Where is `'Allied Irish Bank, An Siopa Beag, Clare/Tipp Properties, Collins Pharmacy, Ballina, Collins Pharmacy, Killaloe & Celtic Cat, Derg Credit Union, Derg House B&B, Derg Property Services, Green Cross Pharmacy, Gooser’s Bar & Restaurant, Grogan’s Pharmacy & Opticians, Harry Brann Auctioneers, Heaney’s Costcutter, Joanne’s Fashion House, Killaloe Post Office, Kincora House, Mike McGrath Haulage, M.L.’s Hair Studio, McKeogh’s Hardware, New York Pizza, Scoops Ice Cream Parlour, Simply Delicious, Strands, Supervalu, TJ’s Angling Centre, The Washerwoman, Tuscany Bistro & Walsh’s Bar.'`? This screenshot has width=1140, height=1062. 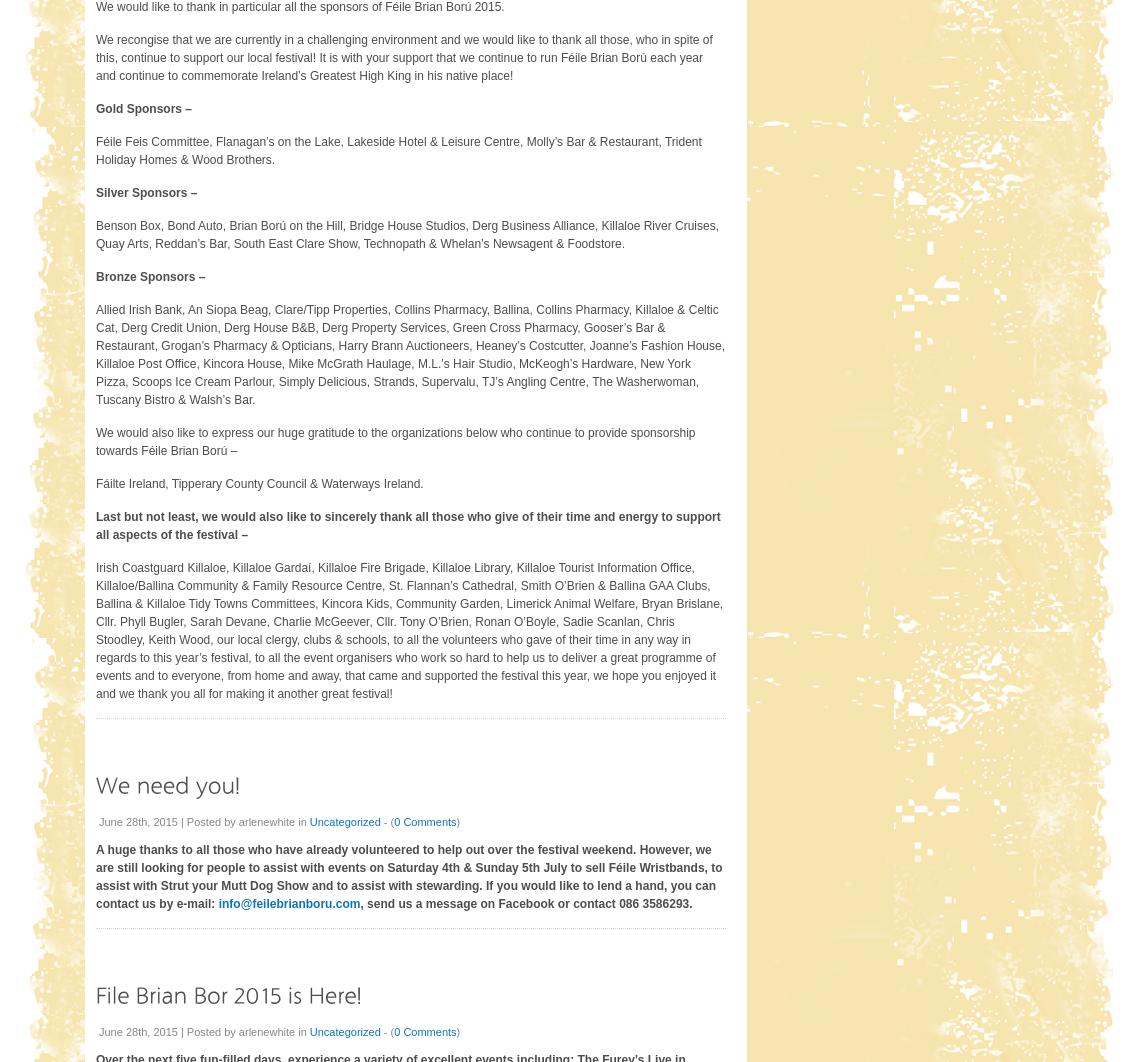
'Allied Irish Bank, An Siopa Beag, Clare/Tipp Properties, Collins Pharmacy, Ballina, Collins Pharmacy, Killaloe & Celtic Cat, Derg Credit Union, Derg House B&B, Derg Property Services, Green Cross Pharmacy, Gooser’s Bar & Restaurant, Grogan’s Pharmacy & Opticians, Harry Brann Auctioneers, Heaney’s Costcutter, Joanne’s Fashion House, Killaloe Post Office, Kincora House, Mike McGrath Haulage, M.L.’s Hair Studio, McKeogh’s Hardware, New York Pizza, Scoops Ice Cream Parlour, Simply Delicious, Strands, Supervalu, TJ’s Angling Centre, The Washerwoman, Tuscany Bistro & Walsh’s Bar.' is located at coordinates (409, 352).